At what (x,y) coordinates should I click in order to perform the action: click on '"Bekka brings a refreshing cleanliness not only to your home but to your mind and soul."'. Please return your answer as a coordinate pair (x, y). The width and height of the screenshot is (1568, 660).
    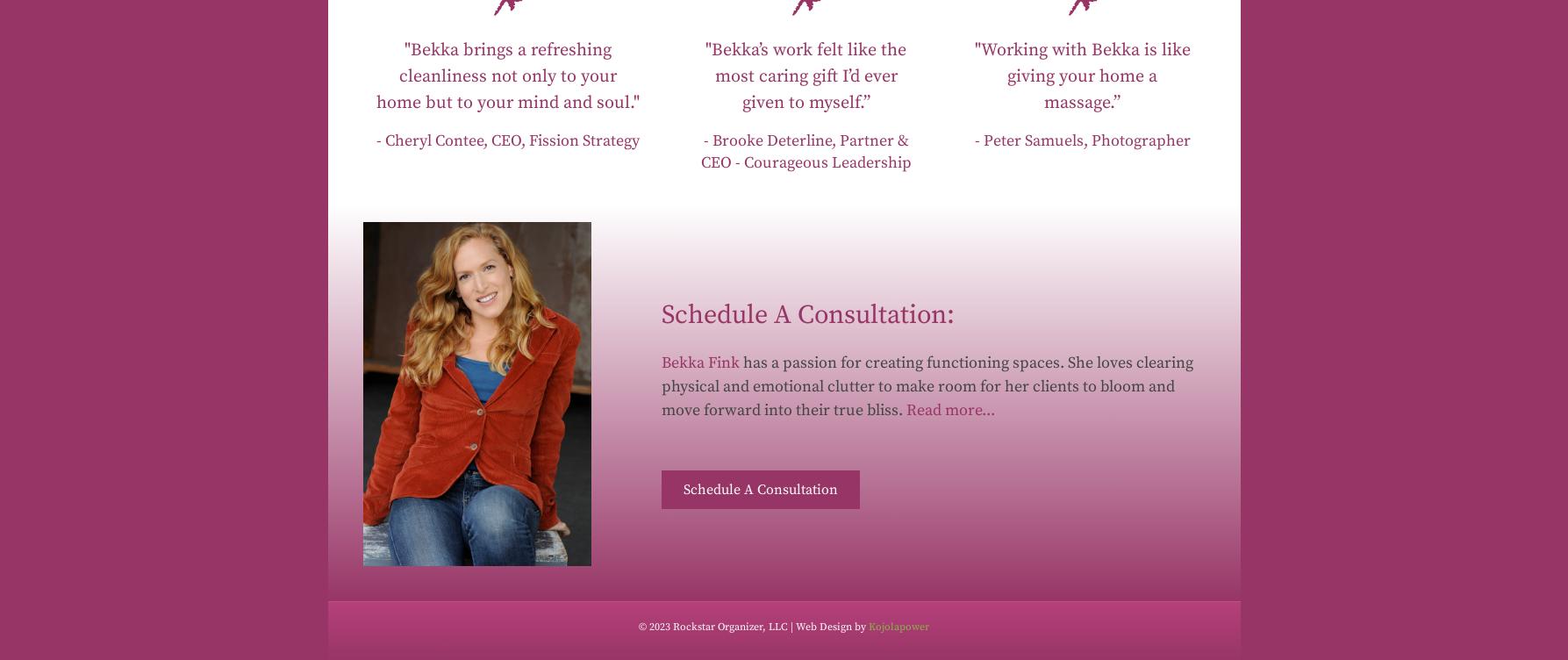
    Looking at the image, I should click on (505, 75).